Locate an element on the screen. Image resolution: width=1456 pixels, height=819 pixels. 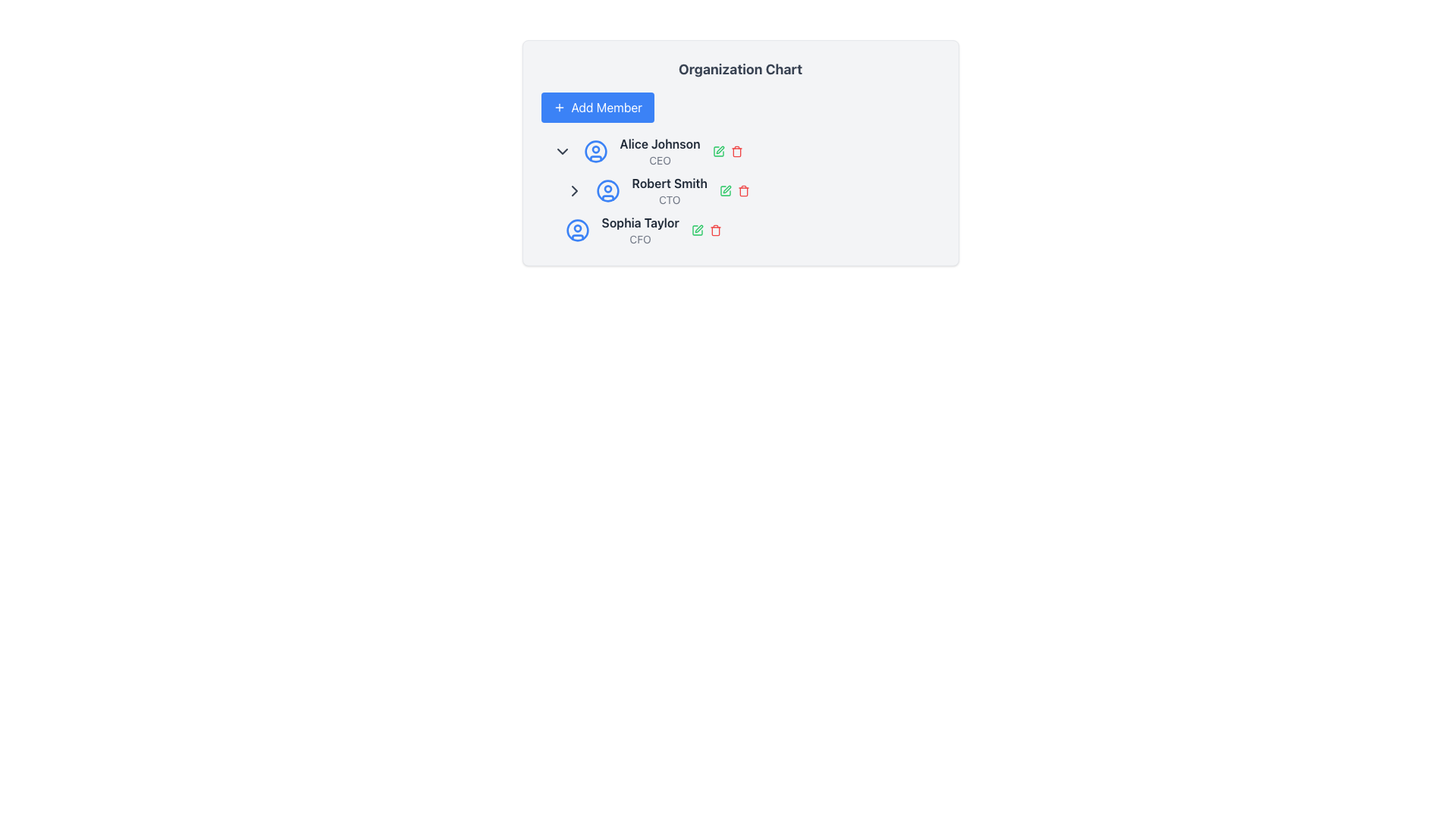
the text label 'CTO' which is styled in a small-sized gray font and located below 'Robert Smith' in the organizational chart is located at coordinates (669, 199).